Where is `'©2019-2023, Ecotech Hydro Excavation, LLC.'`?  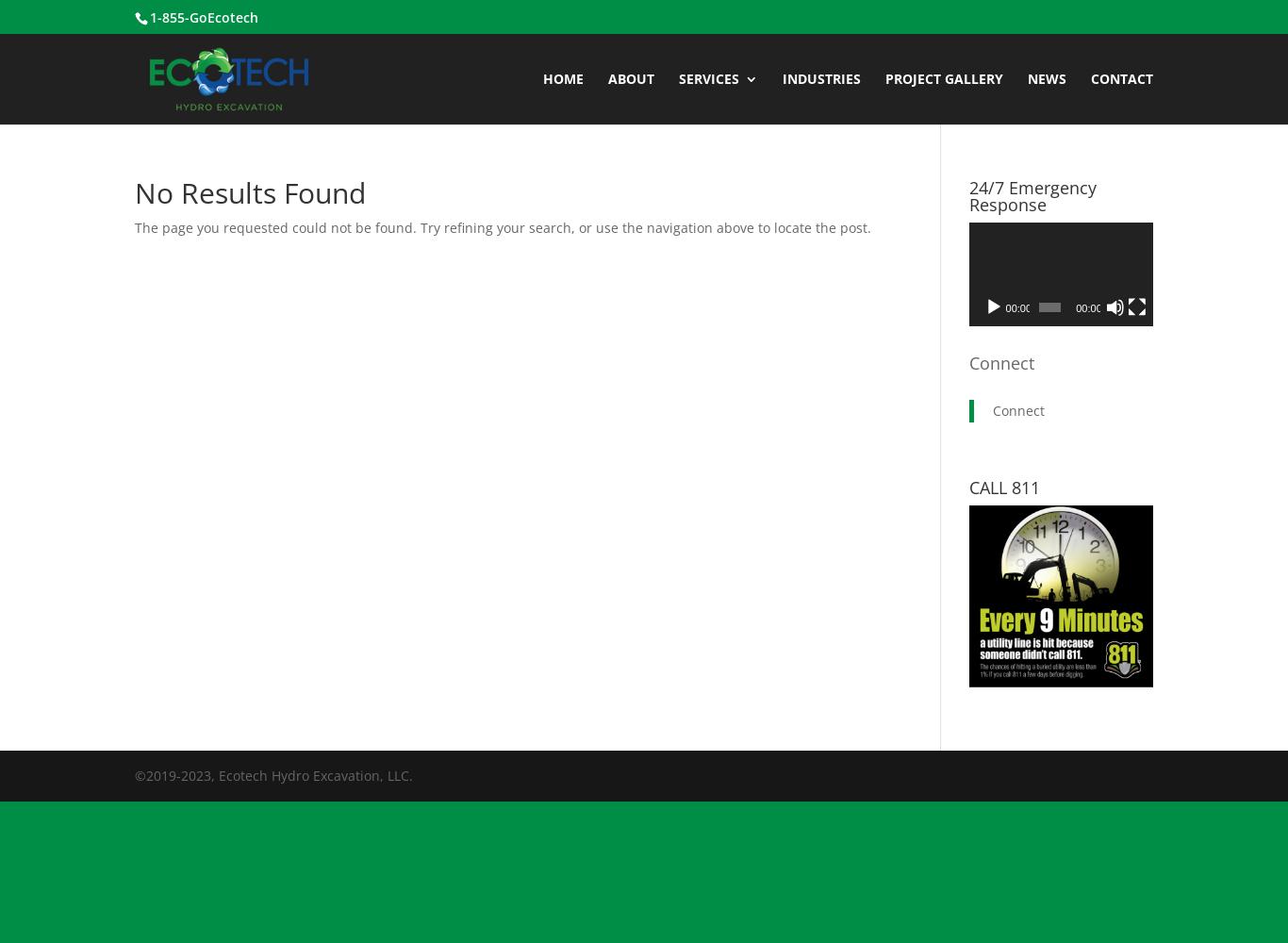 '©2019-2023, Ecotech Hydro Excavation, LLC.' is located at coordinates (273, 773).